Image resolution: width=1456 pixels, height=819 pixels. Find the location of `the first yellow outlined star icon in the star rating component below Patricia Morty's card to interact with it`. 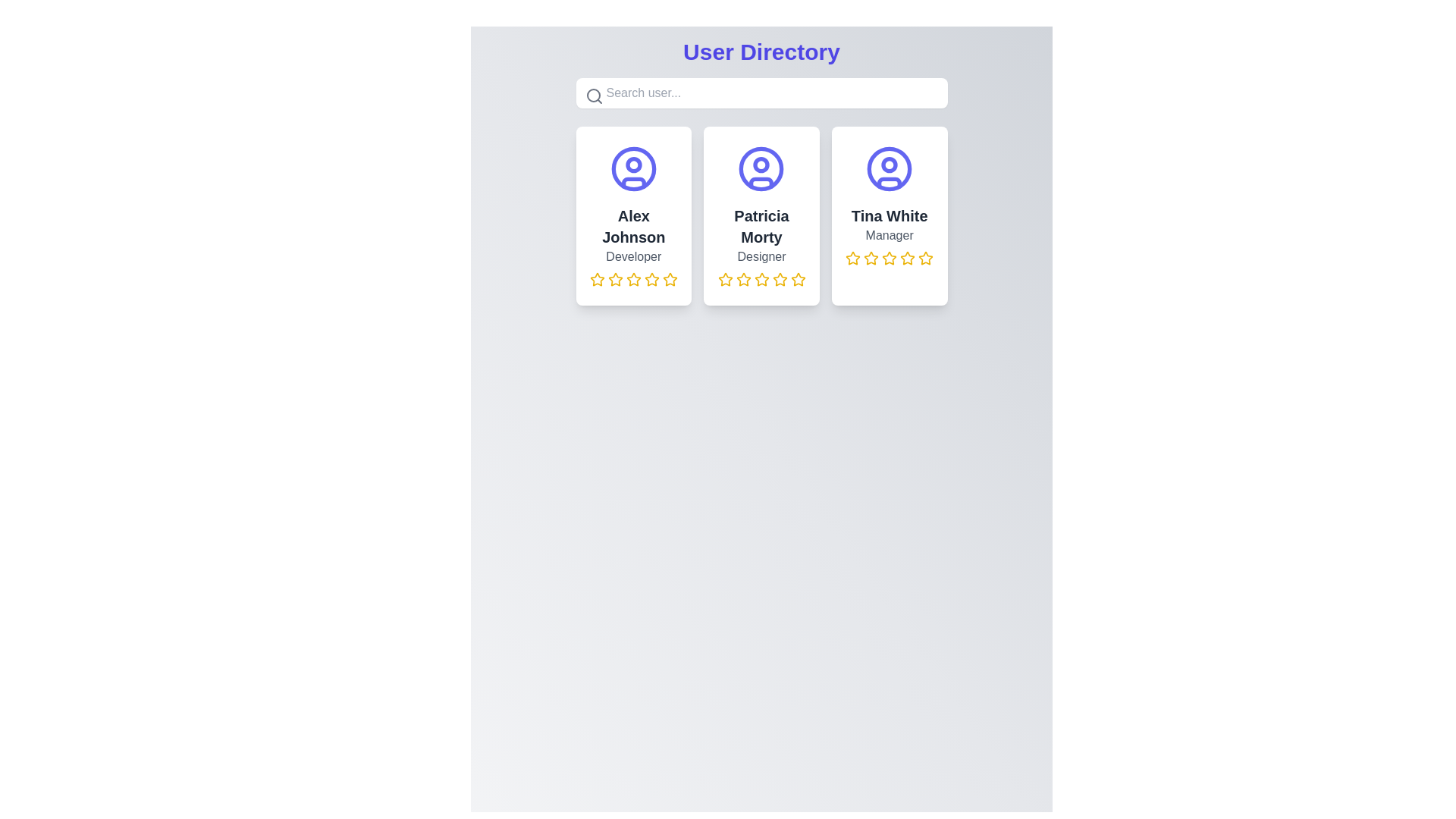

the first yellow outlined star icon in the star rating component below Patricia Morty's card to interact with it is located at coordinates (724, 280).